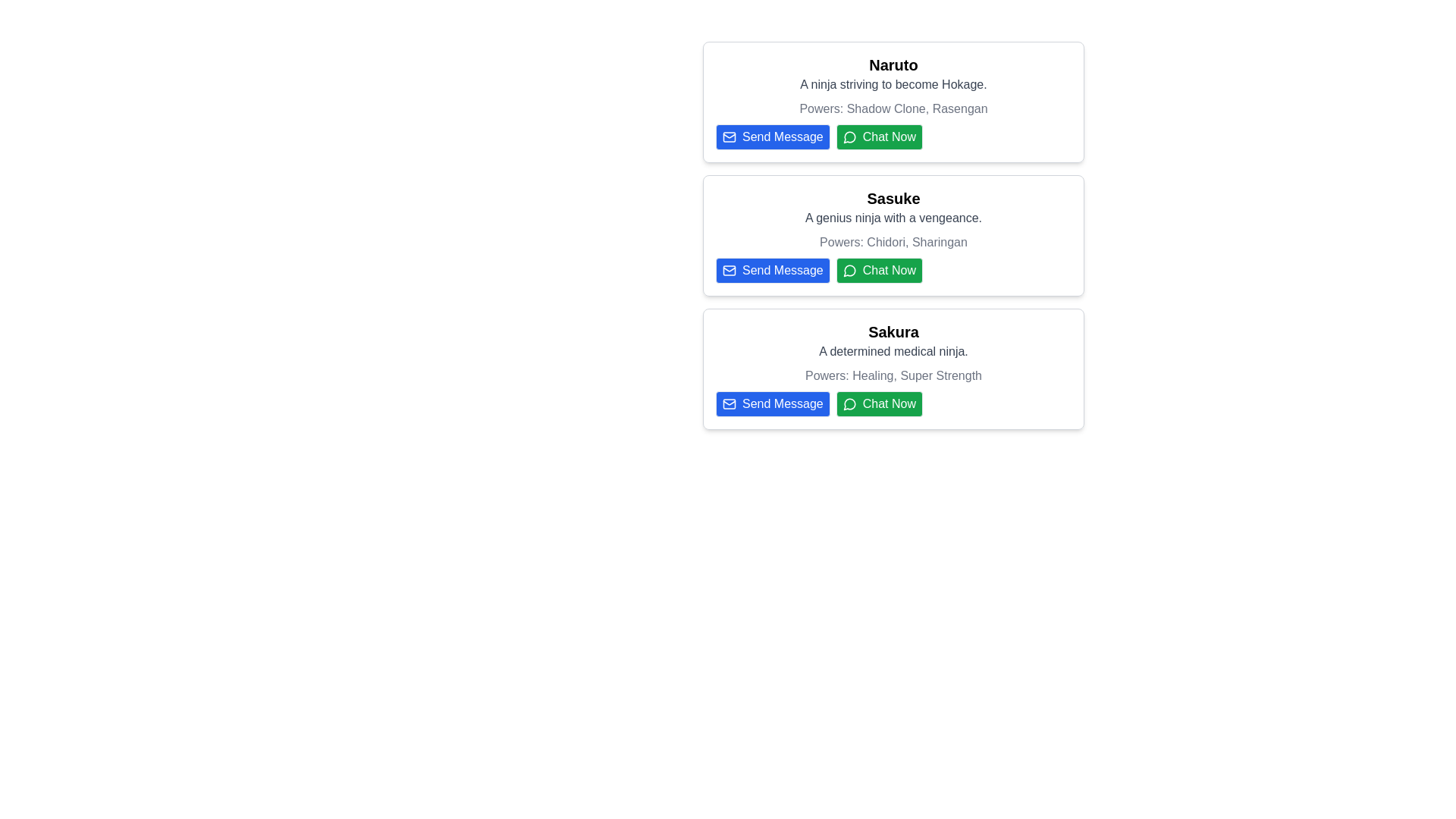 The image size is (1456, 819). I want to click on the 'Sakura' text label located at the top of the third card in a vertical stack, so click(893, 331).